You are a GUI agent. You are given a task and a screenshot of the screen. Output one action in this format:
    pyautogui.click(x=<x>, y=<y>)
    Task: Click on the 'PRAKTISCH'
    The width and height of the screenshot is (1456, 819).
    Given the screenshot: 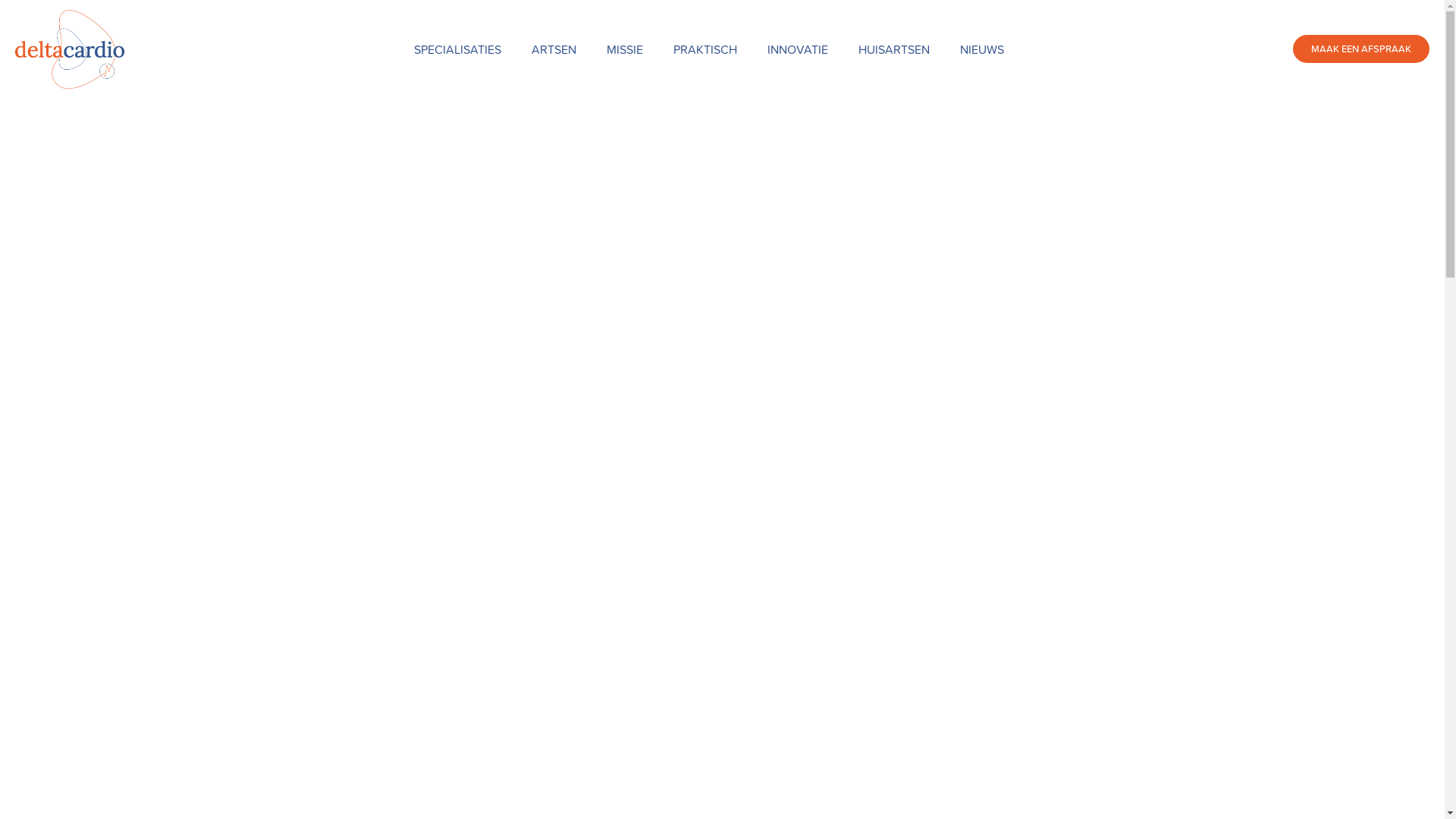 What is the action you would take?
    pyautogui.click(x=704, y=49)
    